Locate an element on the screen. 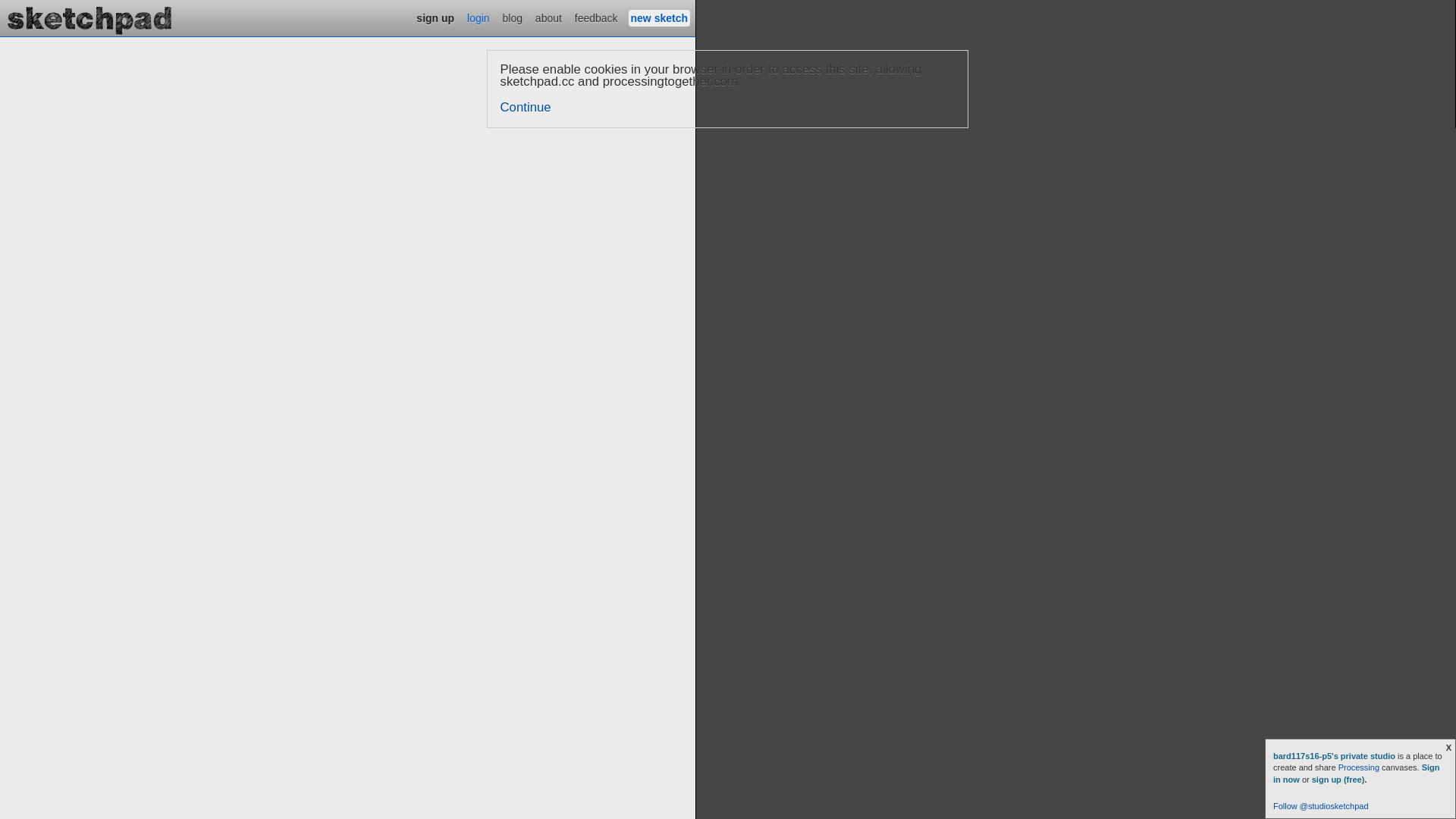  'feedback' is located at coordinates (595, 17).